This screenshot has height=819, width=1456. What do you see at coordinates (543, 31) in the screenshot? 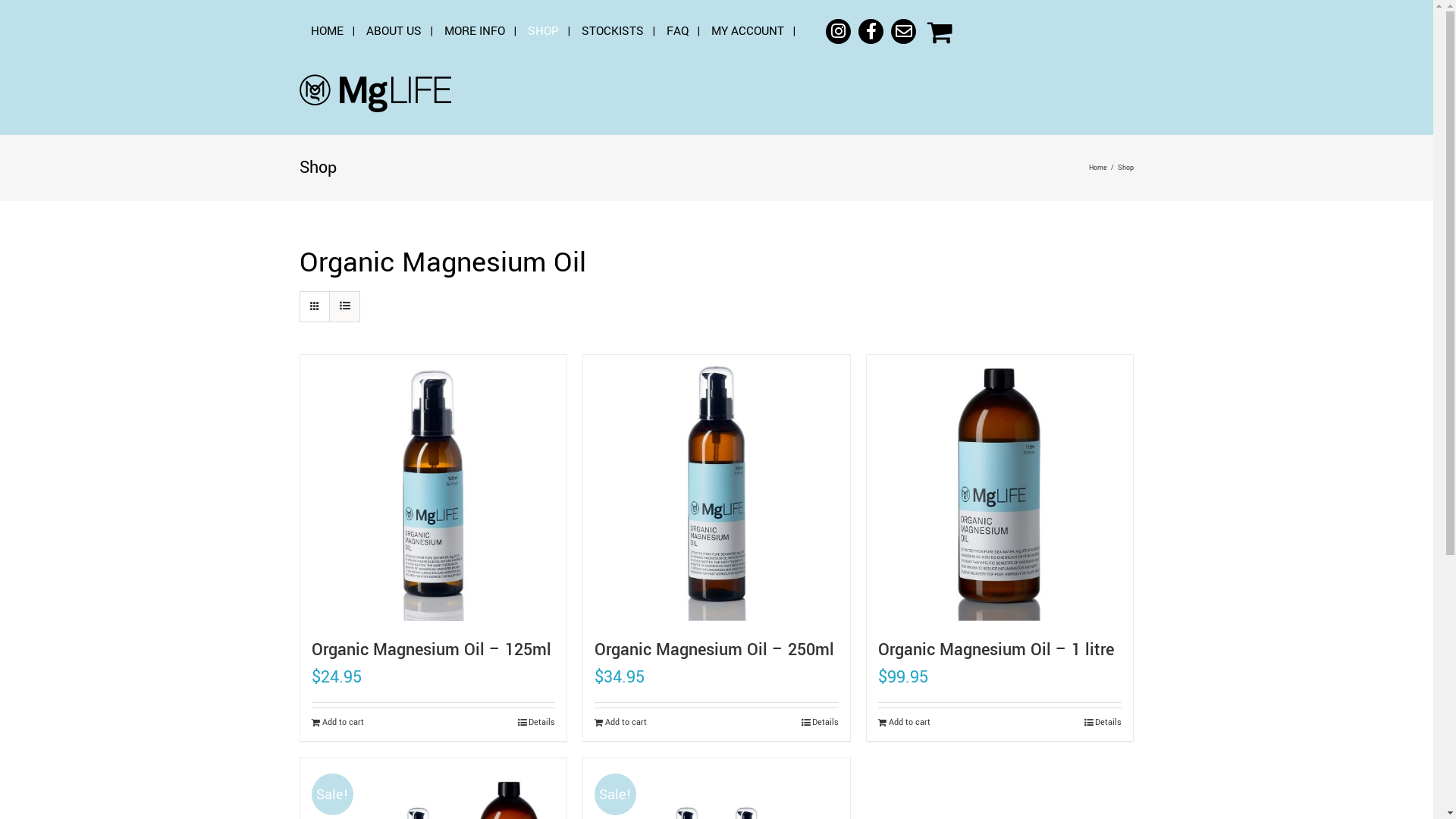
I see `'SHOP'` at bounding box center [543, 31].